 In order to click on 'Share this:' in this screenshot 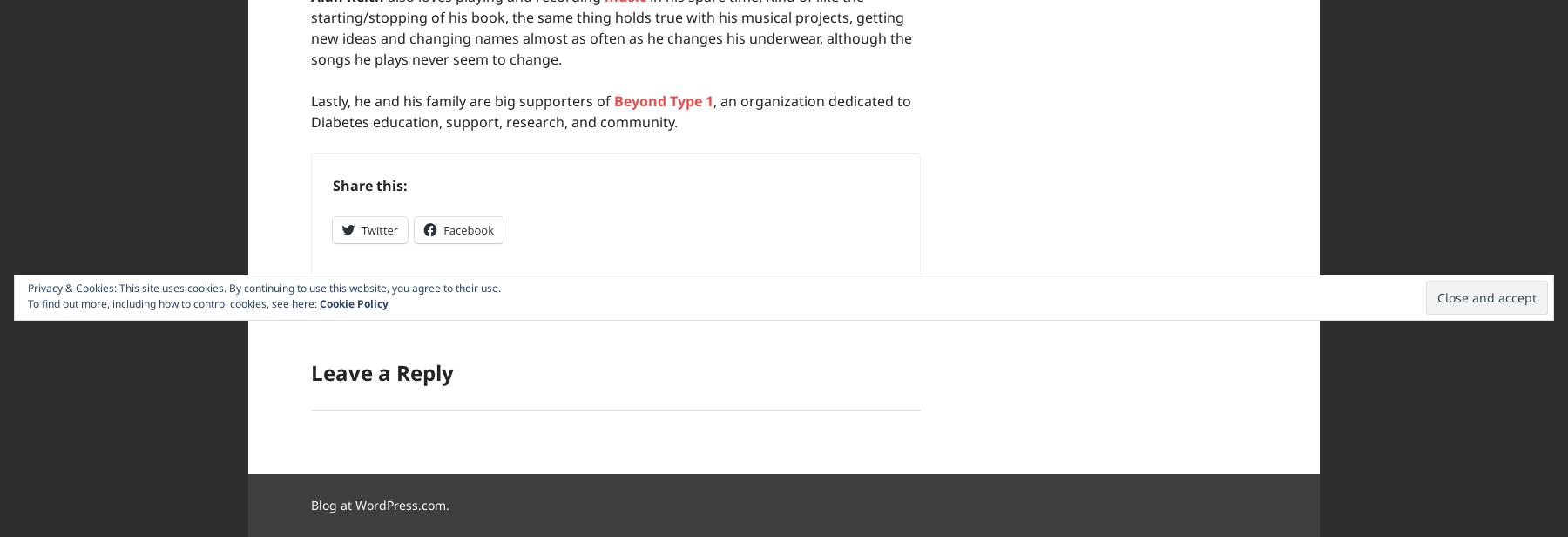, I will do `click(332, 186)`.